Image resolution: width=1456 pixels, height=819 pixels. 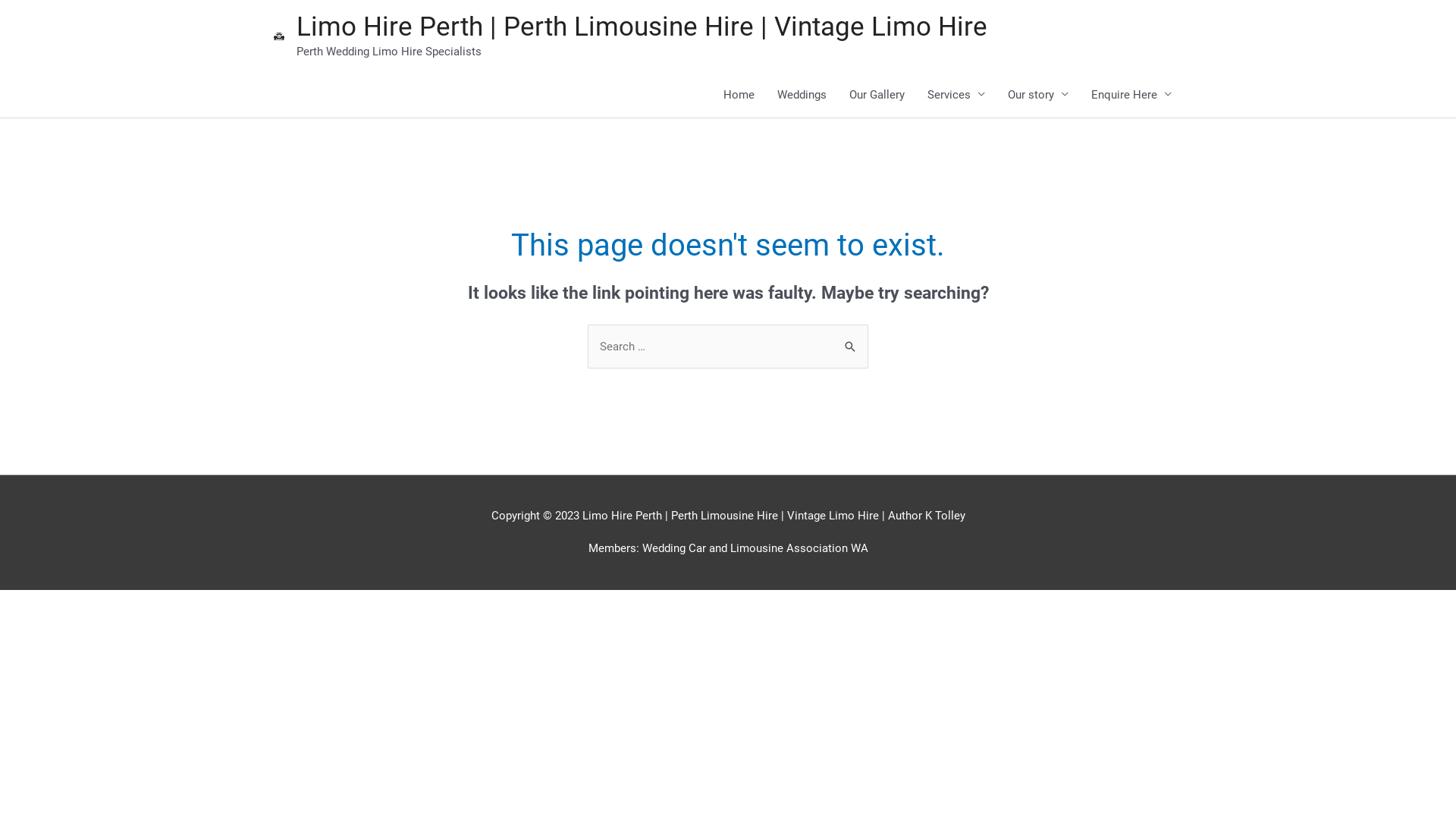 I want to click on 'Limo Hire Perth | Perth Limousine Hire | Vintage Limo Hire', so click(x=642, y=27).